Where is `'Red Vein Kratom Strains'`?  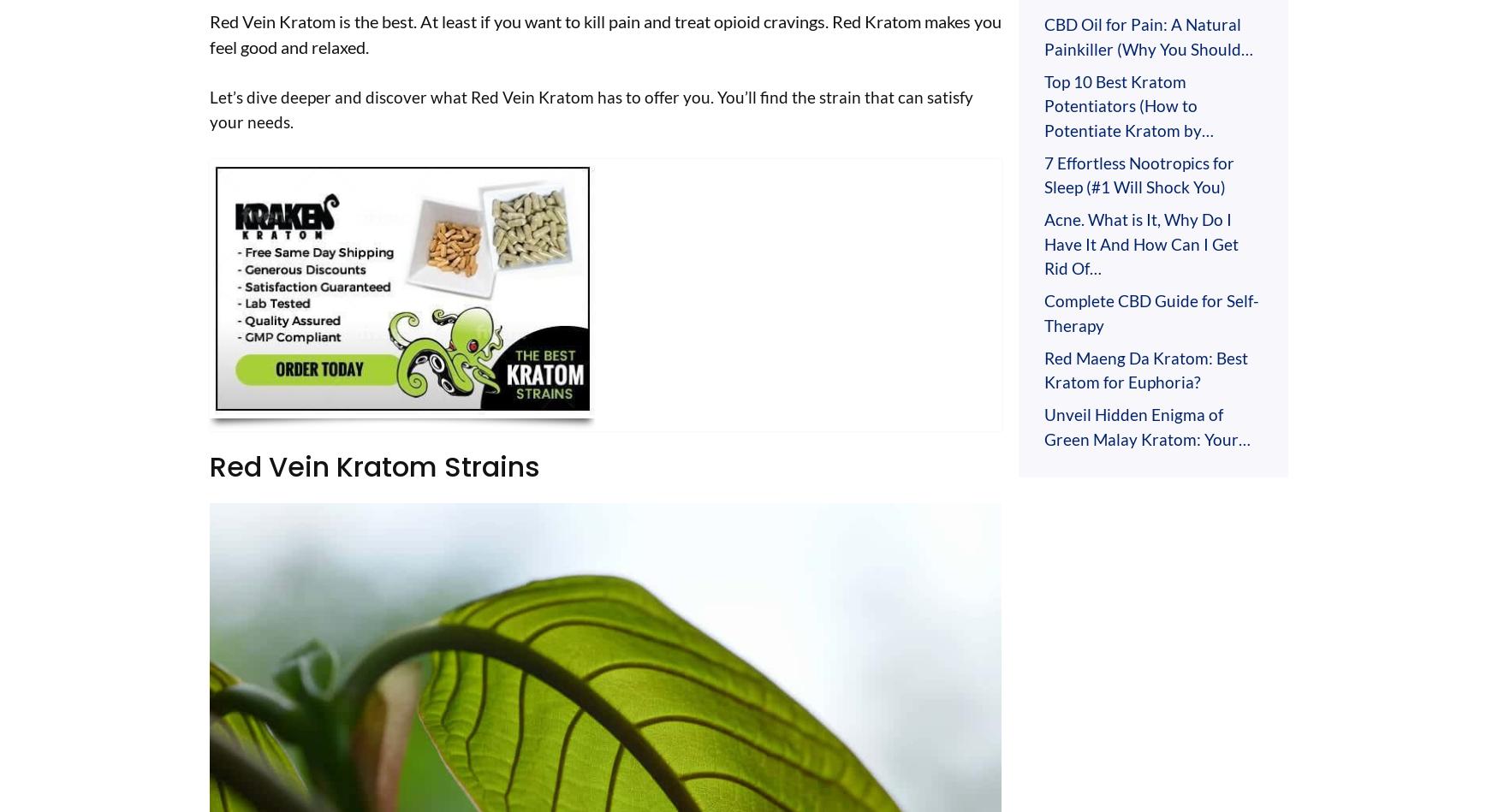 'Red Vein Kratom Strains' is located at coordinates (375, 465).